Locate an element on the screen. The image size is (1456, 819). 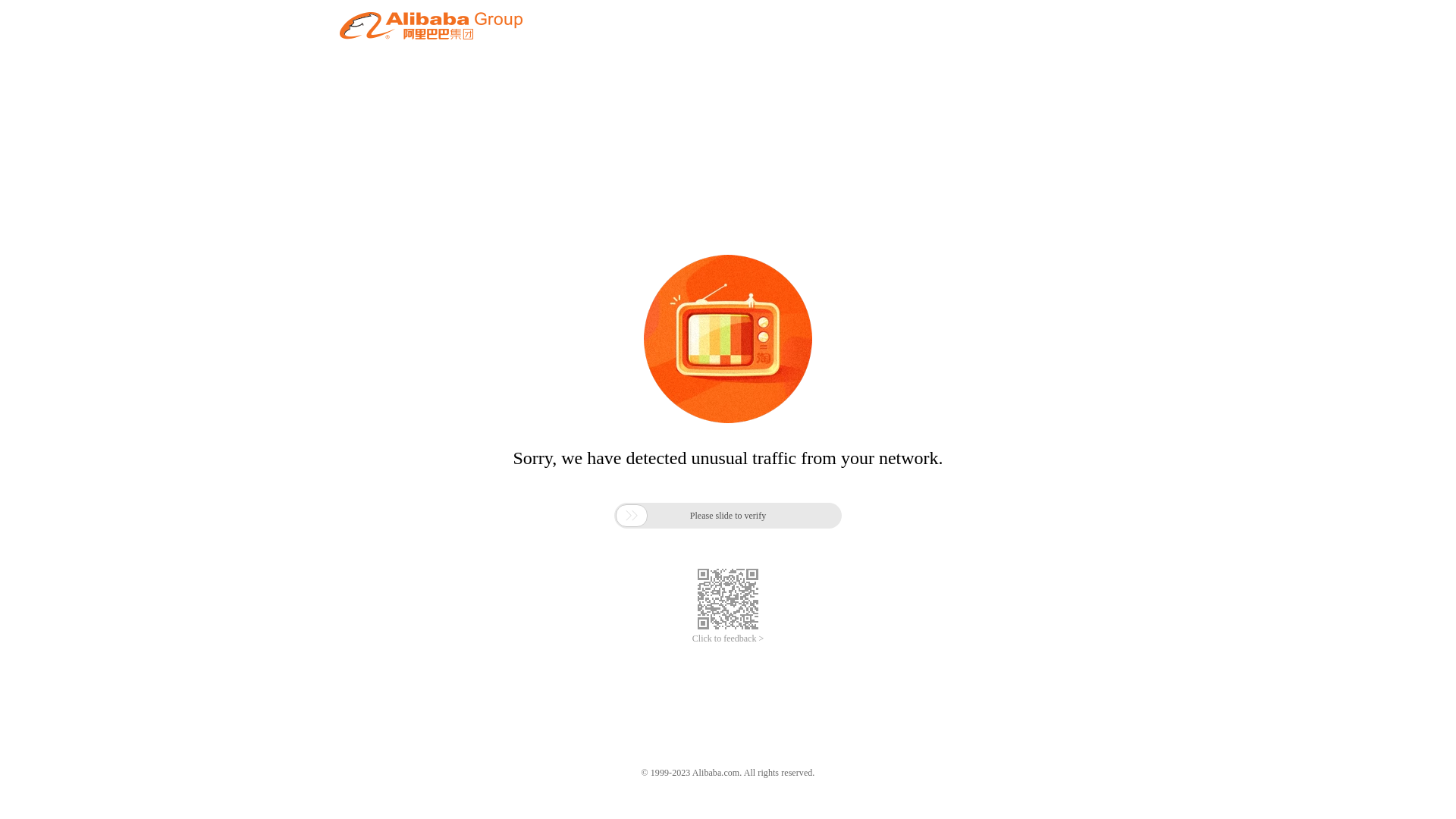
'Click to feedback >' is located at coordinates (728, 639).